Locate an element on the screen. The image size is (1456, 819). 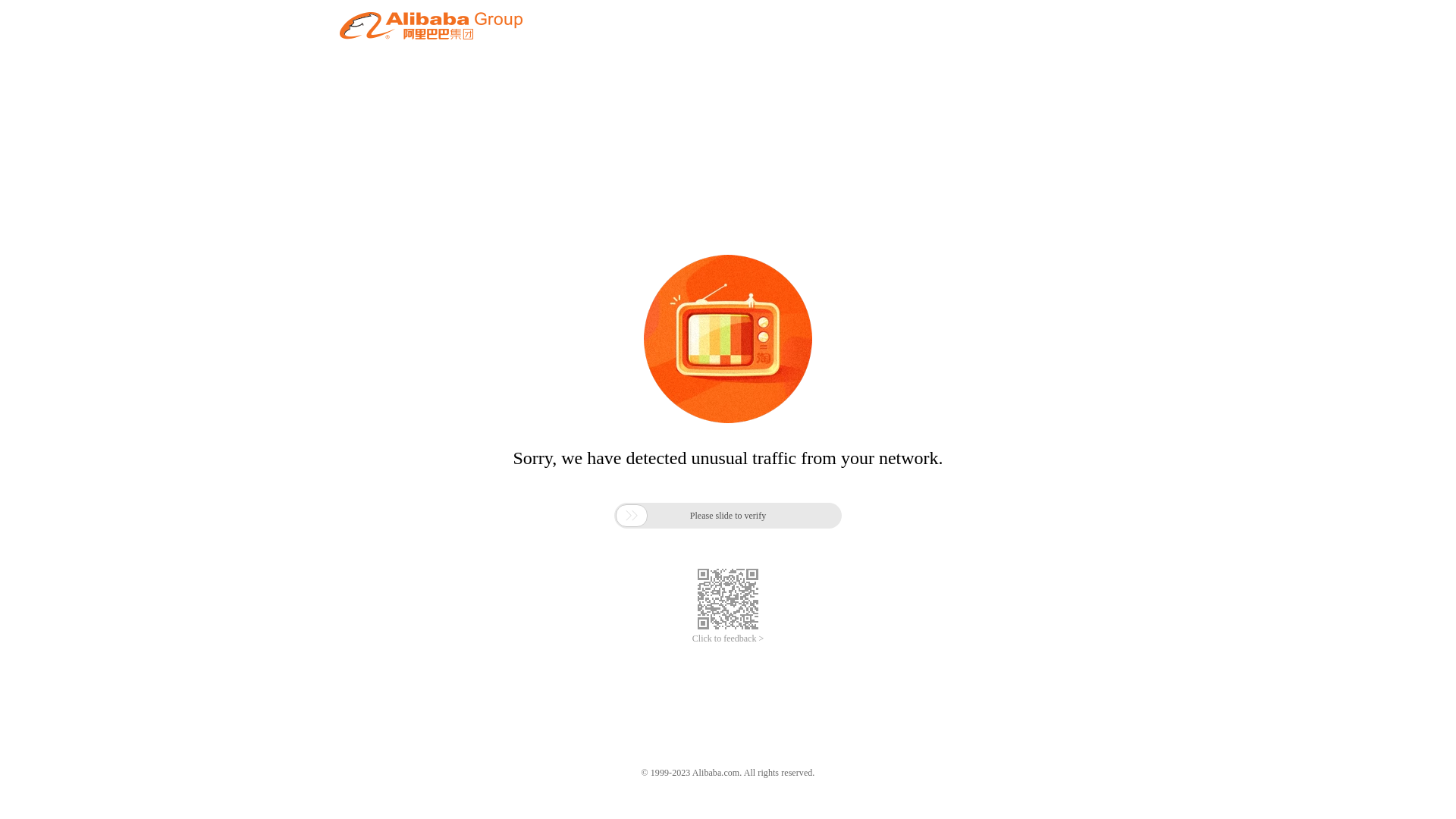
'Click to feedback >' is located at coordinates (728, 639).